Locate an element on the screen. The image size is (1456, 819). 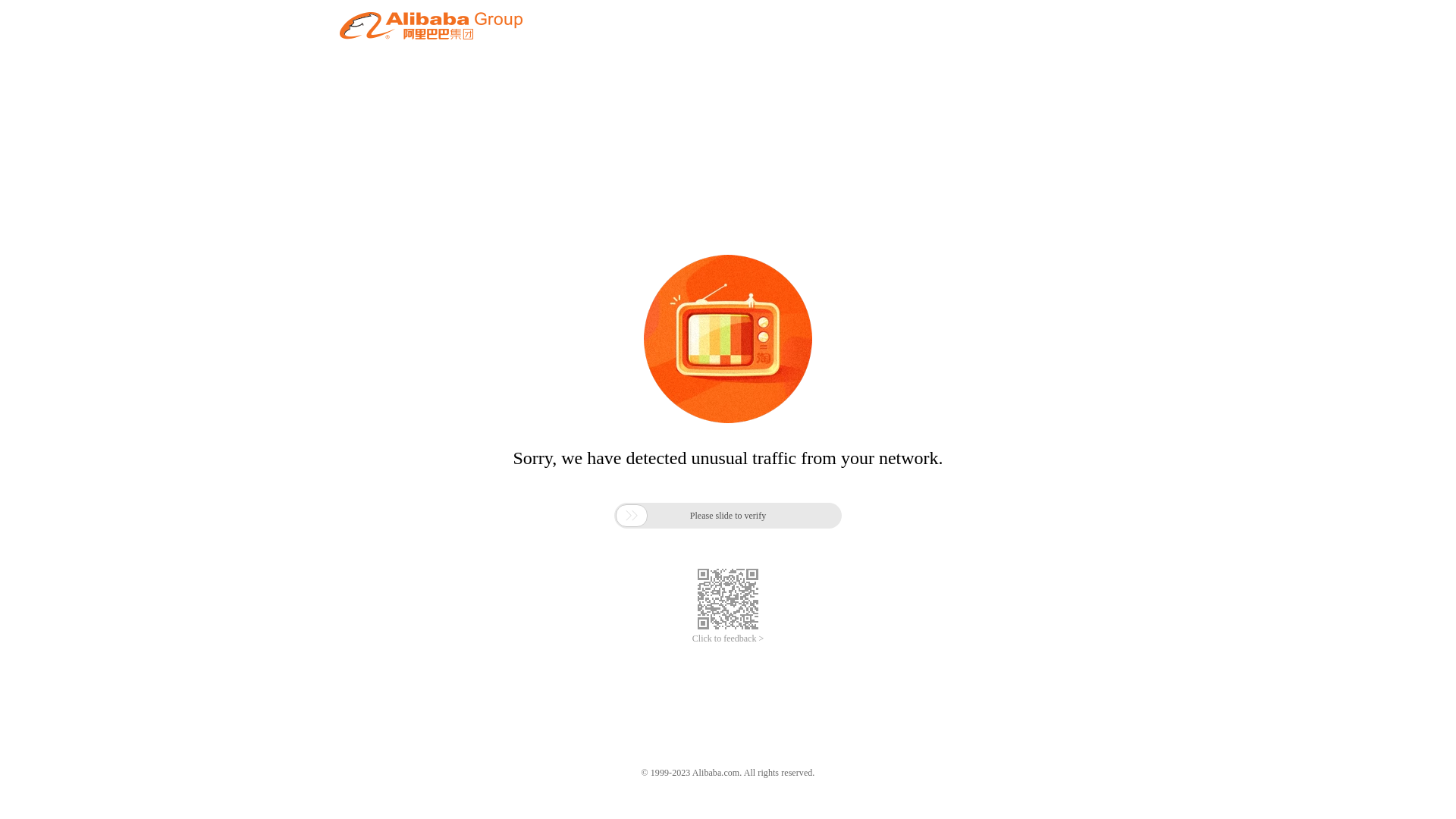
'Click to feedback >' is located at coordinates (728, 639).